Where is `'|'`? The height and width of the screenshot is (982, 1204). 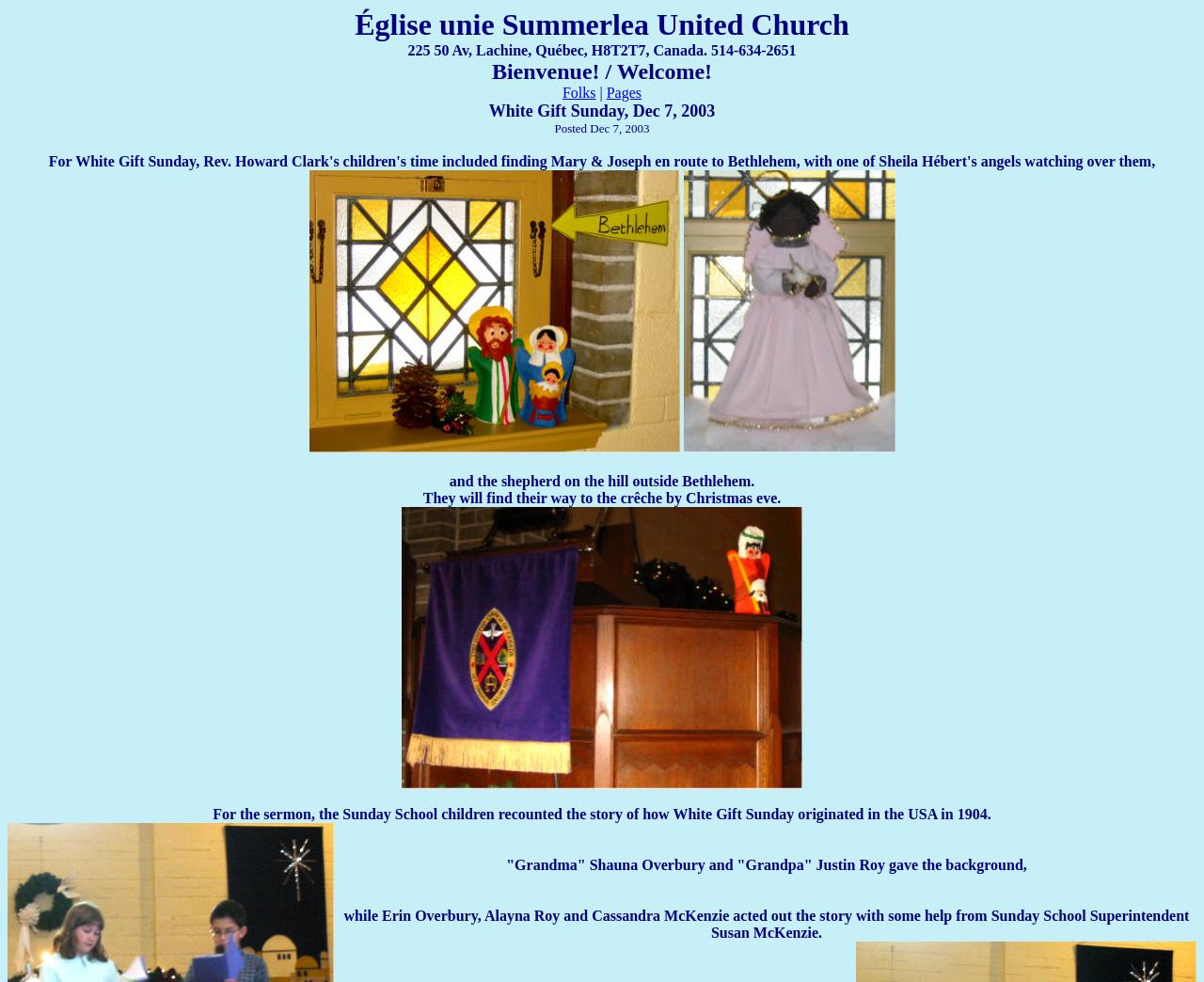 '|' is located at coordinates (599, 92).